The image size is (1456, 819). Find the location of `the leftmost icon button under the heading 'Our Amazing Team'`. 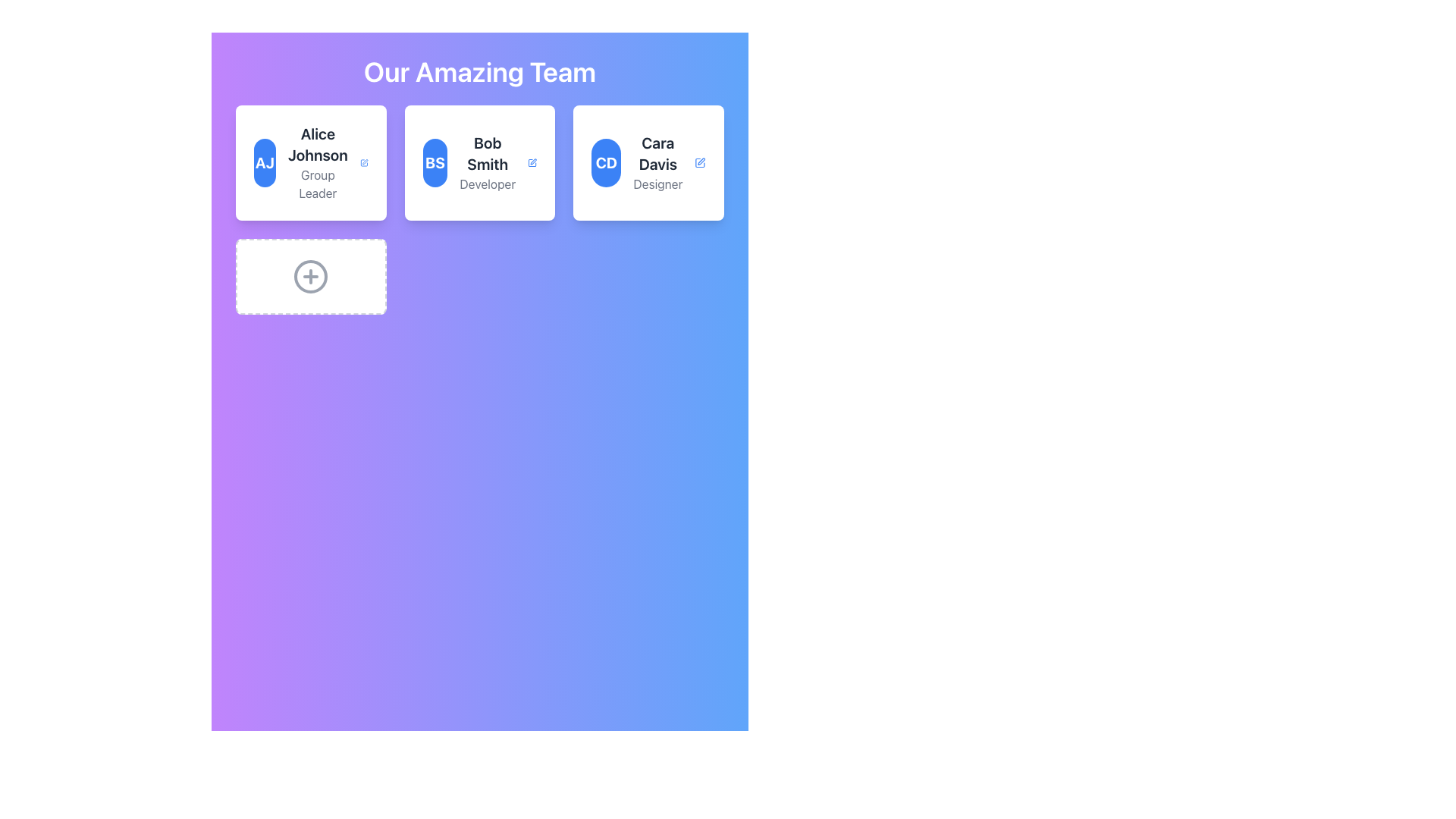

the leftmost icon button under the heading 'Our Amazing Team' is located at coordinates (310, 277).